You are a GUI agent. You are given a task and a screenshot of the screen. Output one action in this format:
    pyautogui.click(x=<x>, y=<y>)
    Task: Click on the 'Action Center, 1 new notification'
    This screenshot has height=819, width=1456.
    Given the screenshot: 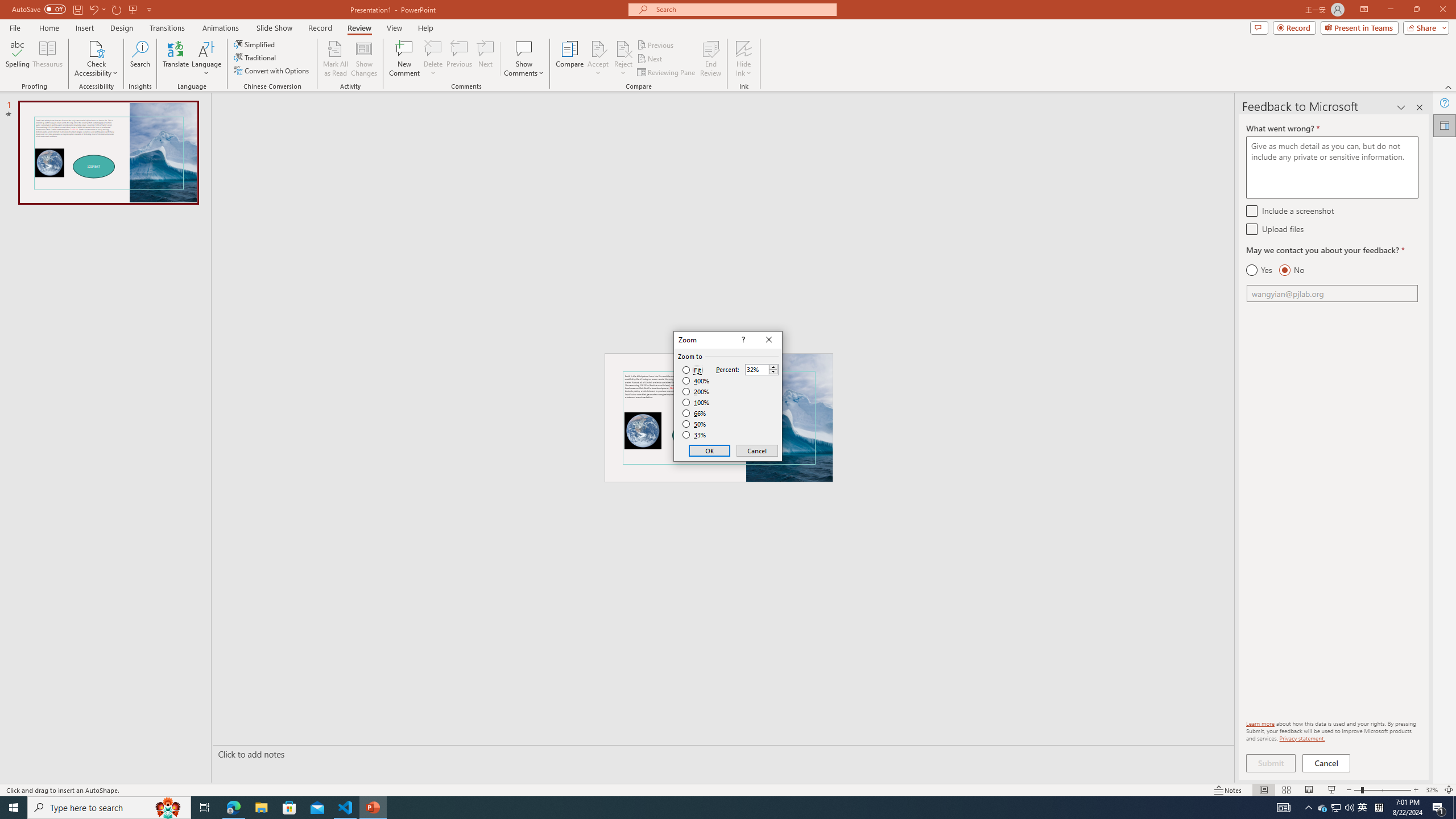 What is the action you would take?
    pyautogui.click(x=1439, y=806)
    